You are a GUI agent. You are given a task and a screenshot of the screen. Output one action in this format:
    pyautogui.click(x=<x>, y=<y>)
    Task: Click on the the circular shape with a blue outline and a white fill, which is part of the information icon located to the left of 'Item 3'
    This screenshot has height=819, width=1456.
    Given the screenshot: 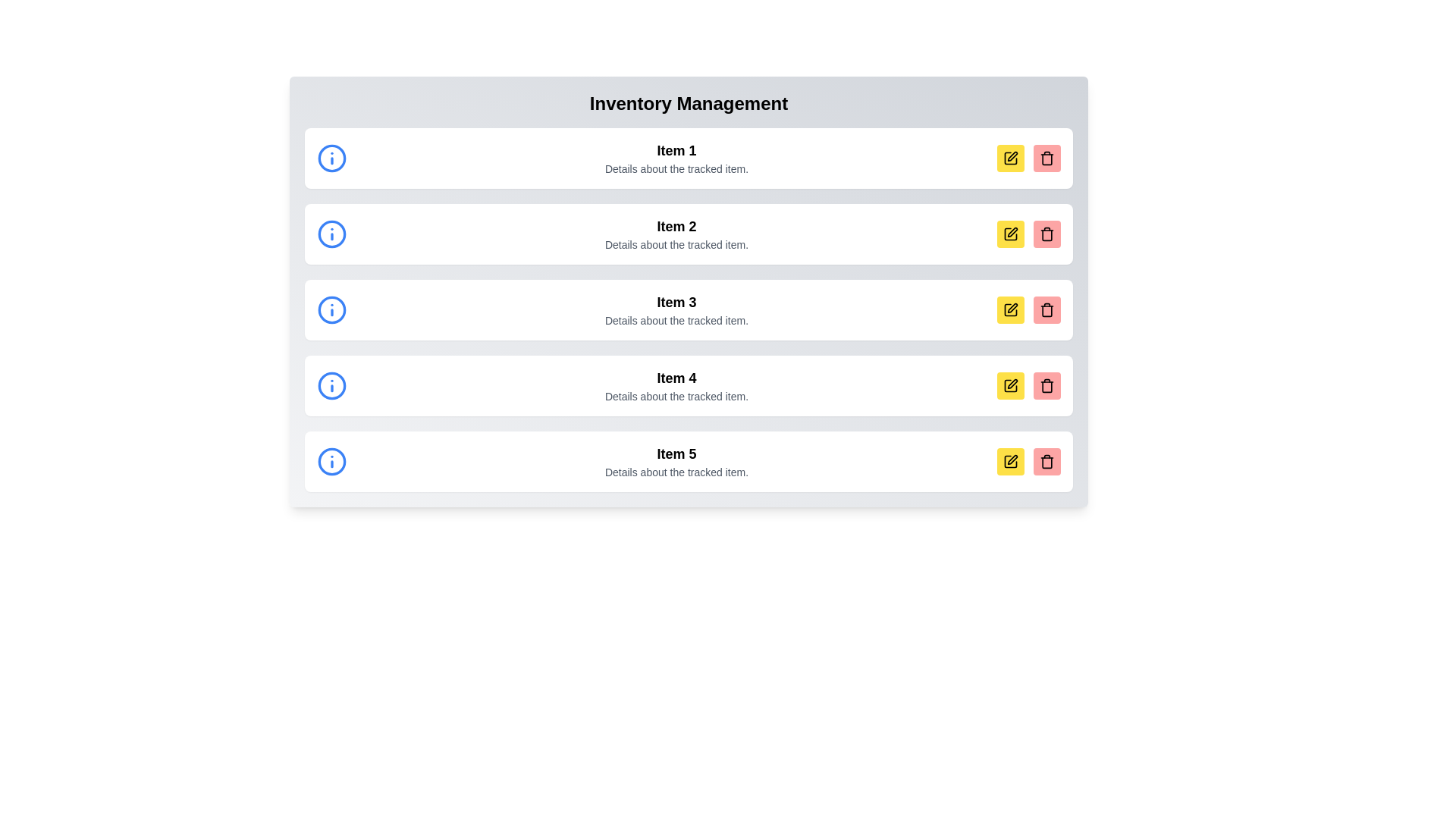 What is the action you would take?
    pyautogui.click(x=331, y=309)
    